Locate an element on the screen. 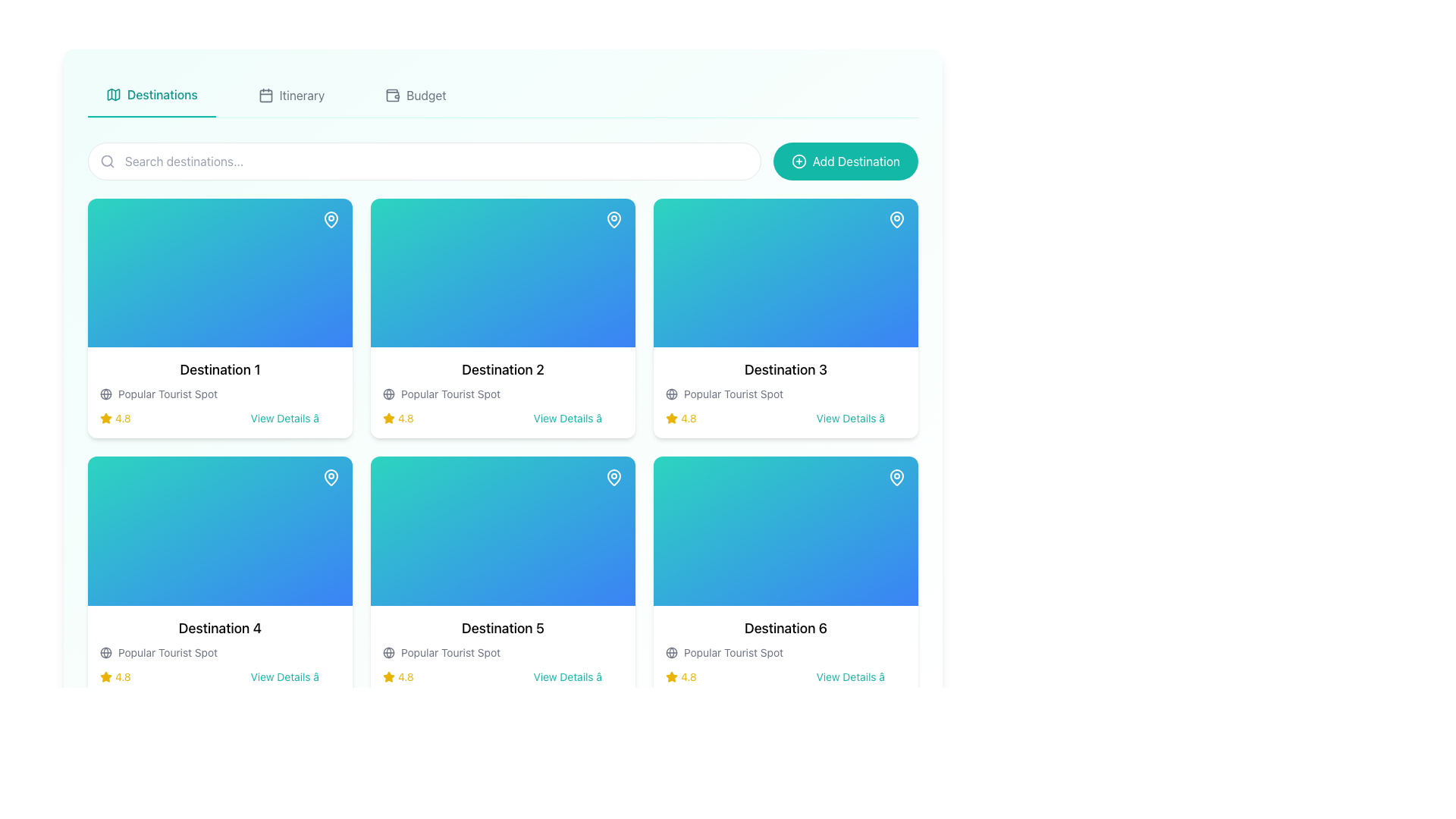 The width and height of the screenshot is (1456, 819). the yellow star-shaped icon indicating a rating feature, which is located in the lower left section of the Destination 4 card, adjacent to the numeric text label '4.8' is located at coordinates (105, 675).